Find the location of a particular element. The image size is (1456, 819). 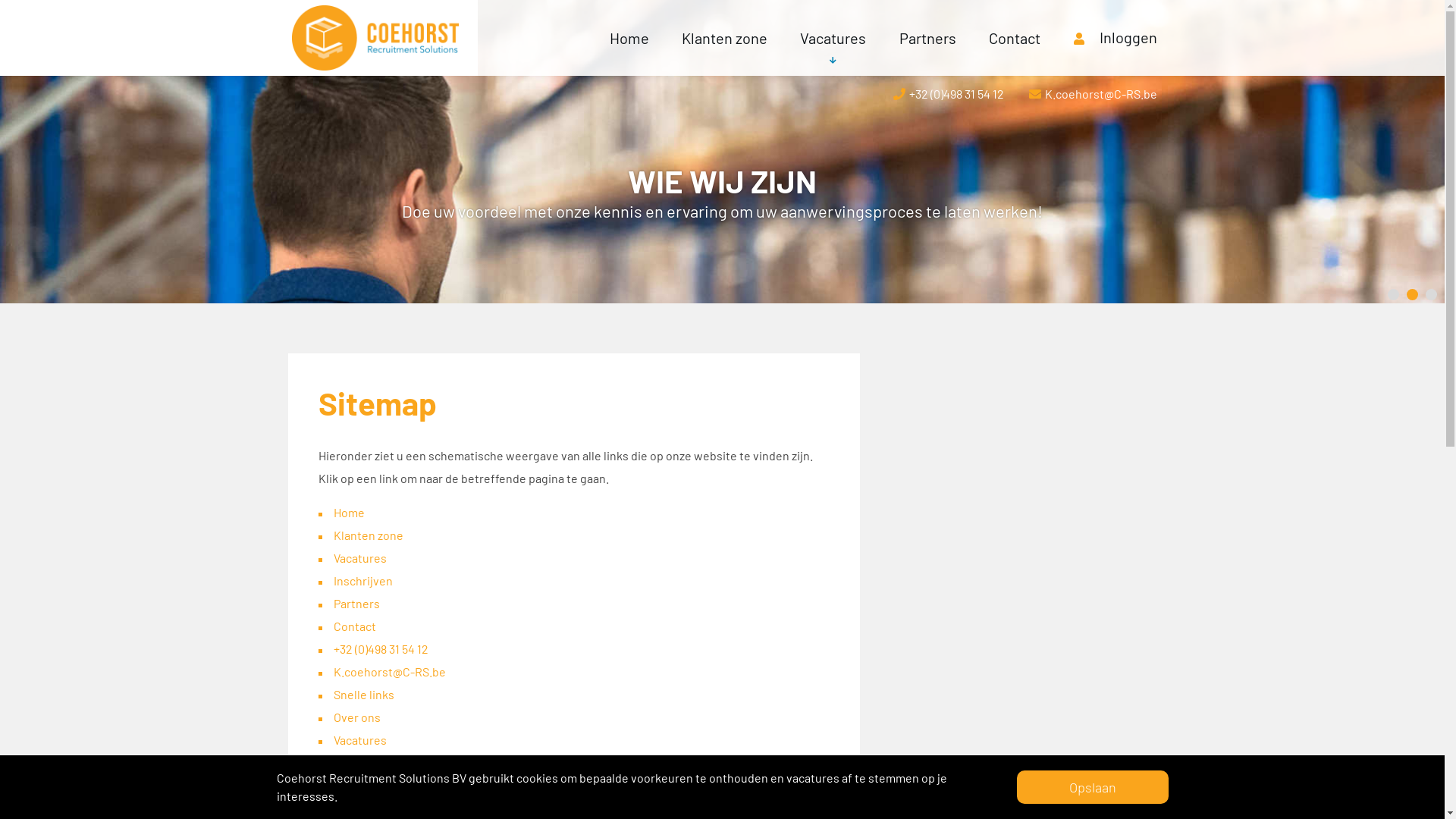

'1' is located at coordinates (1393, 294).